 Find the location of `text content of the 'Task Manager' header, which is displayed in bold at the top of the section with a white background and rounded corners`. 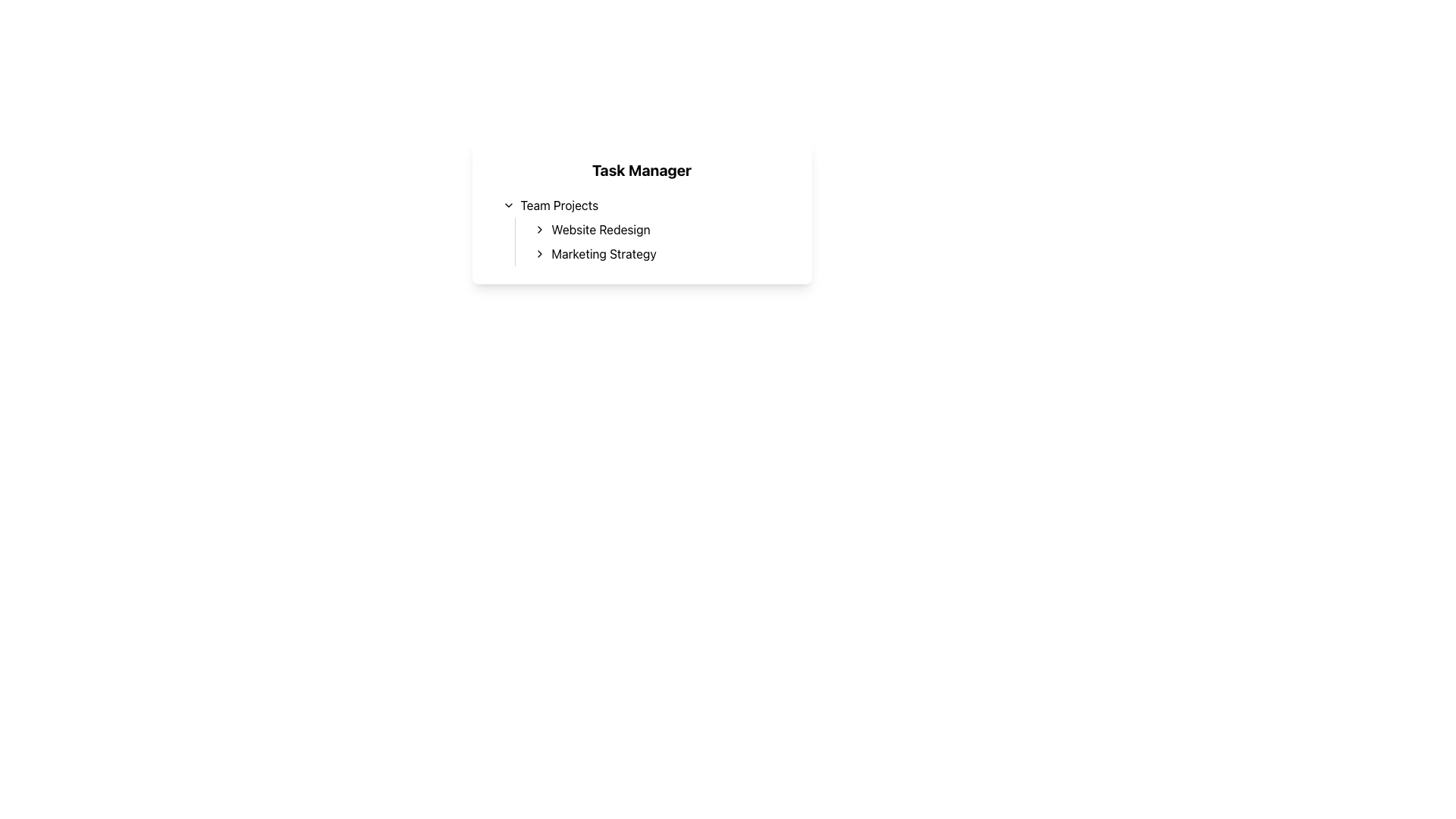

text content of the 'Task Manager' header, which is displayed in bold at the top of the section with a white background and rounded corners is located at coordinates (642, 170).